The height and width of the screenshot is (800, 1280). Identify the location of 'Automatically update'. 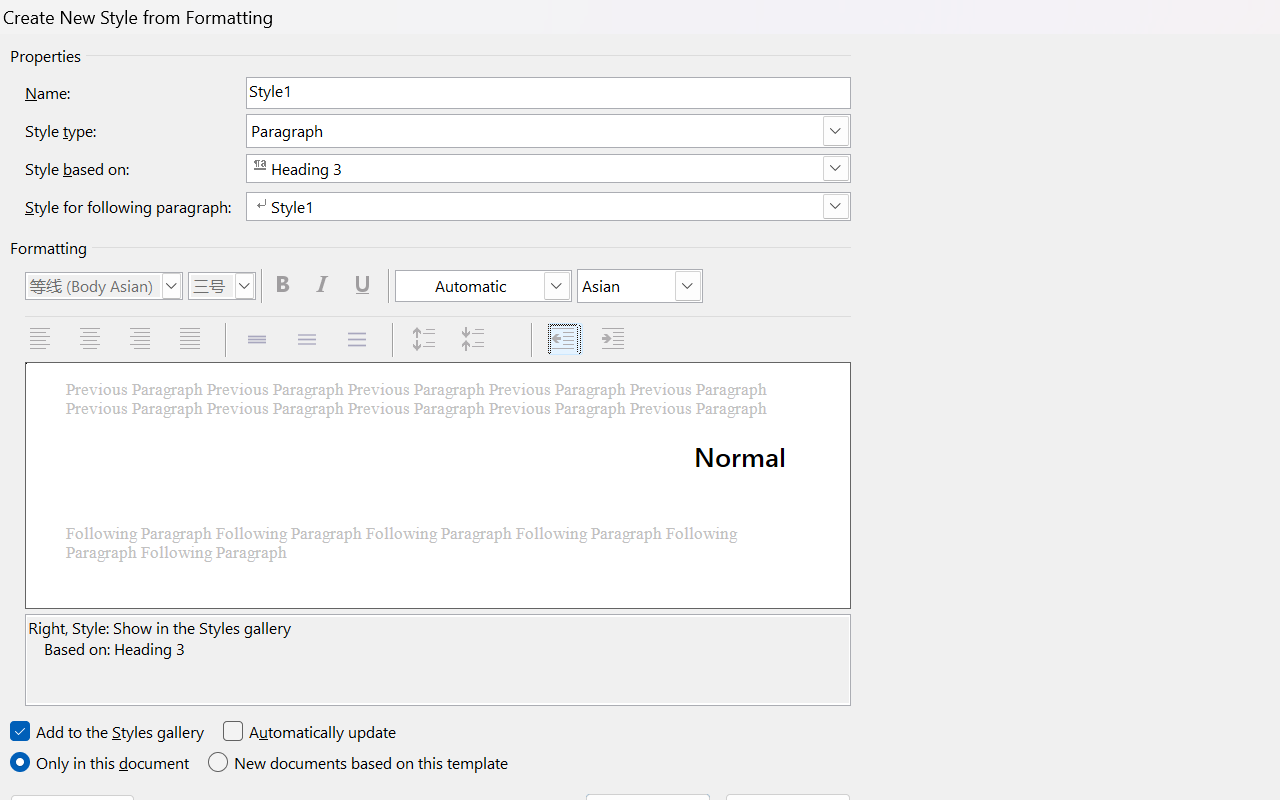
(310, 731).